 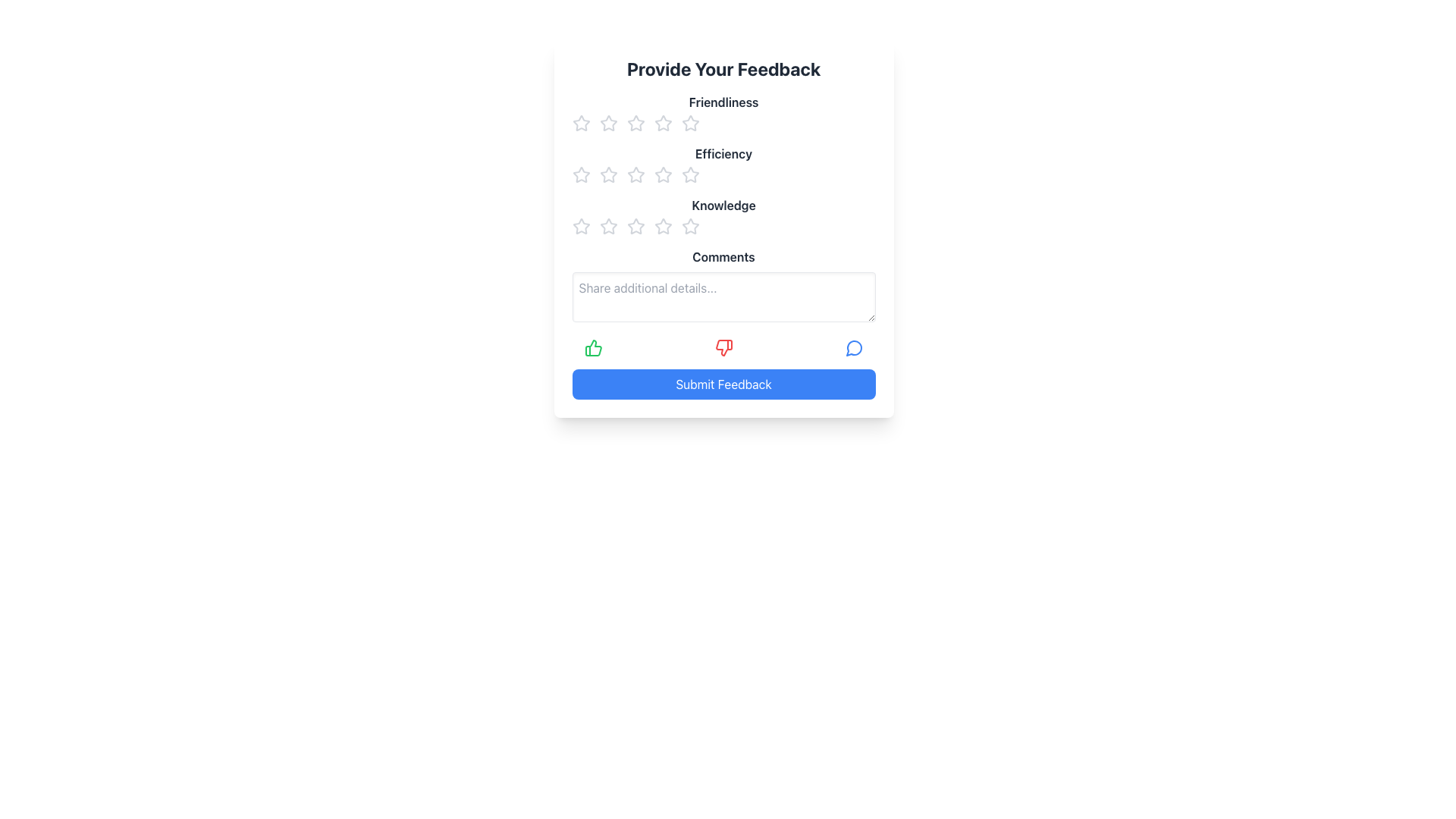 I want to click on the second outlined star icon in the rating system for the 'Friendliness' category to provide a rating, so click(x=635, y=122).